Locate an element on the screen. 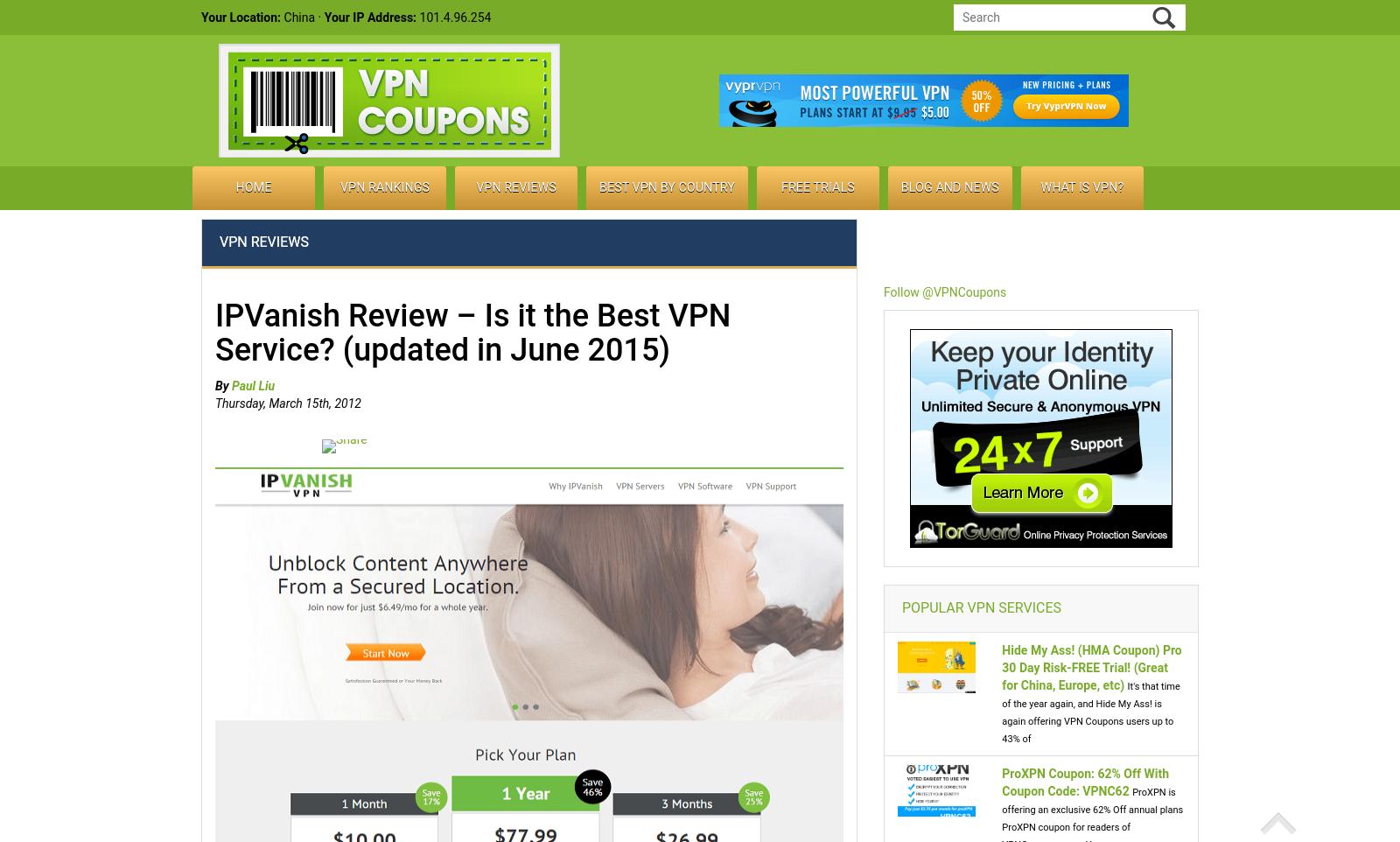 Image resolution: width=1400 pixels, height=842 pixels. 'Home' is located at coordinates (253, 186).